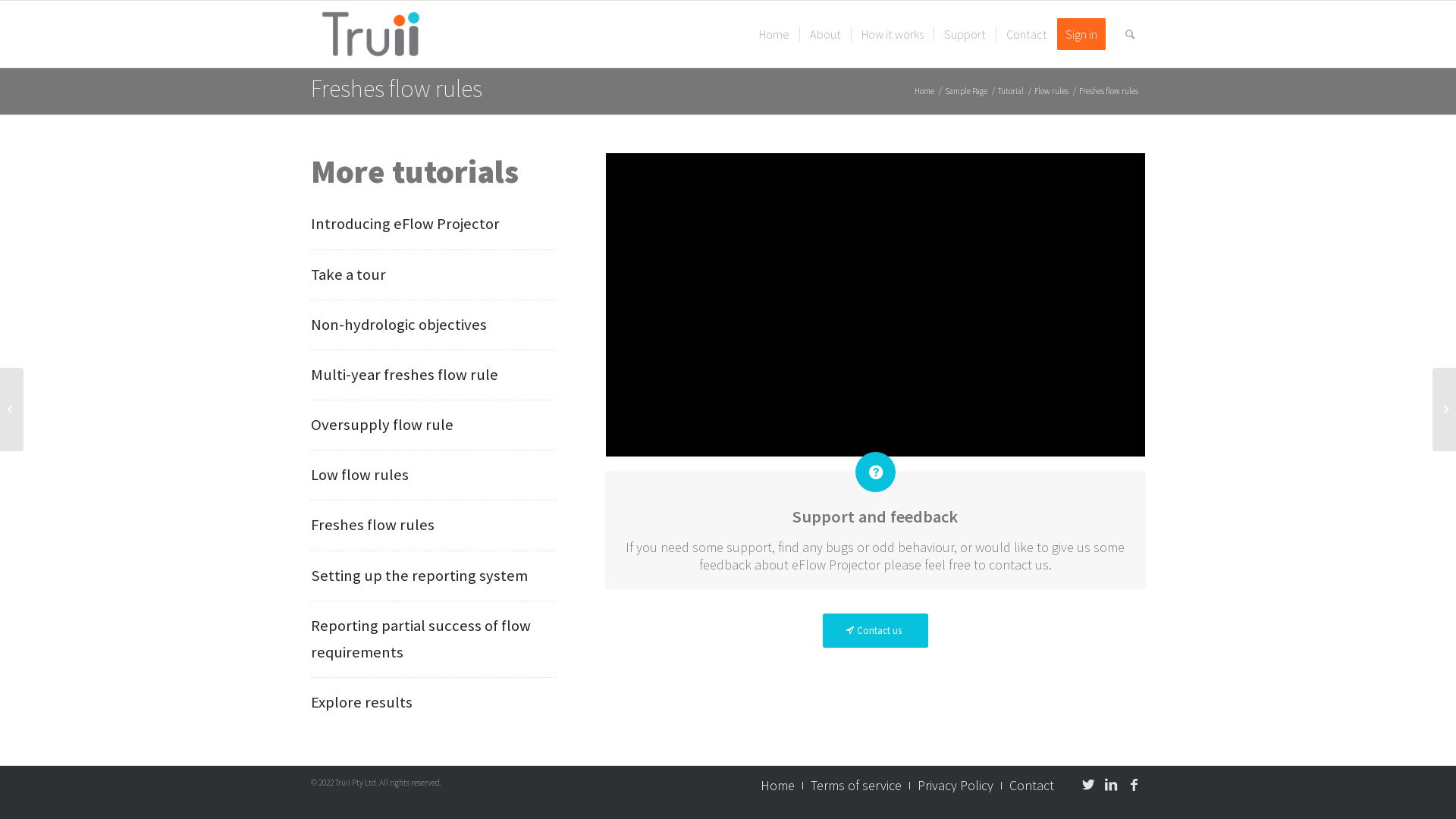 This screenshot has height=819, width=1456. What do you see at coordinates (1031, 785) in the screenshot?
I see `'Contact'` at bounding box center [1031, 785].